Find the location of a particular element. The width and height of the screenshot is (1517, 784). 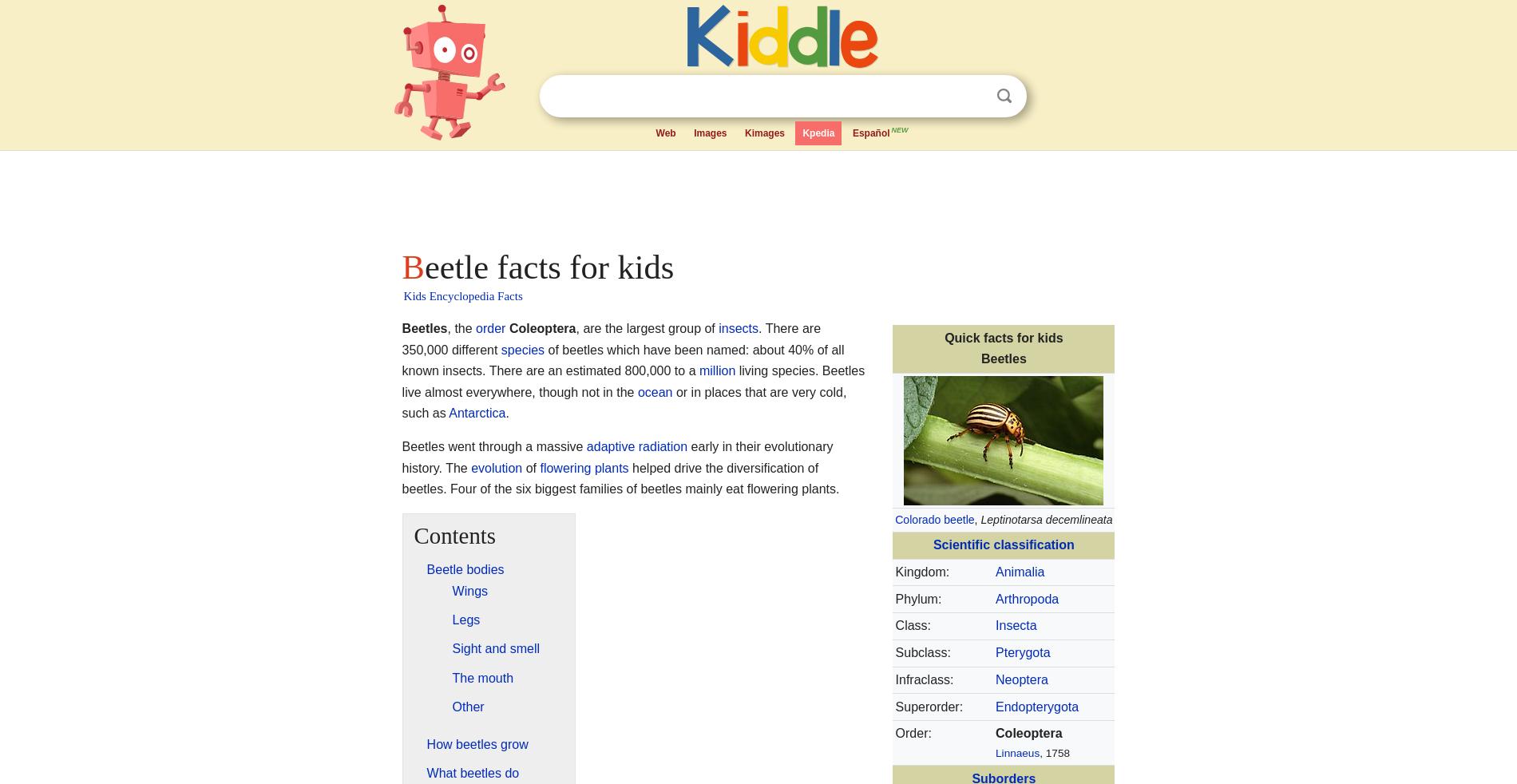

'Sight and smell' is located at coordinates (495, 648).